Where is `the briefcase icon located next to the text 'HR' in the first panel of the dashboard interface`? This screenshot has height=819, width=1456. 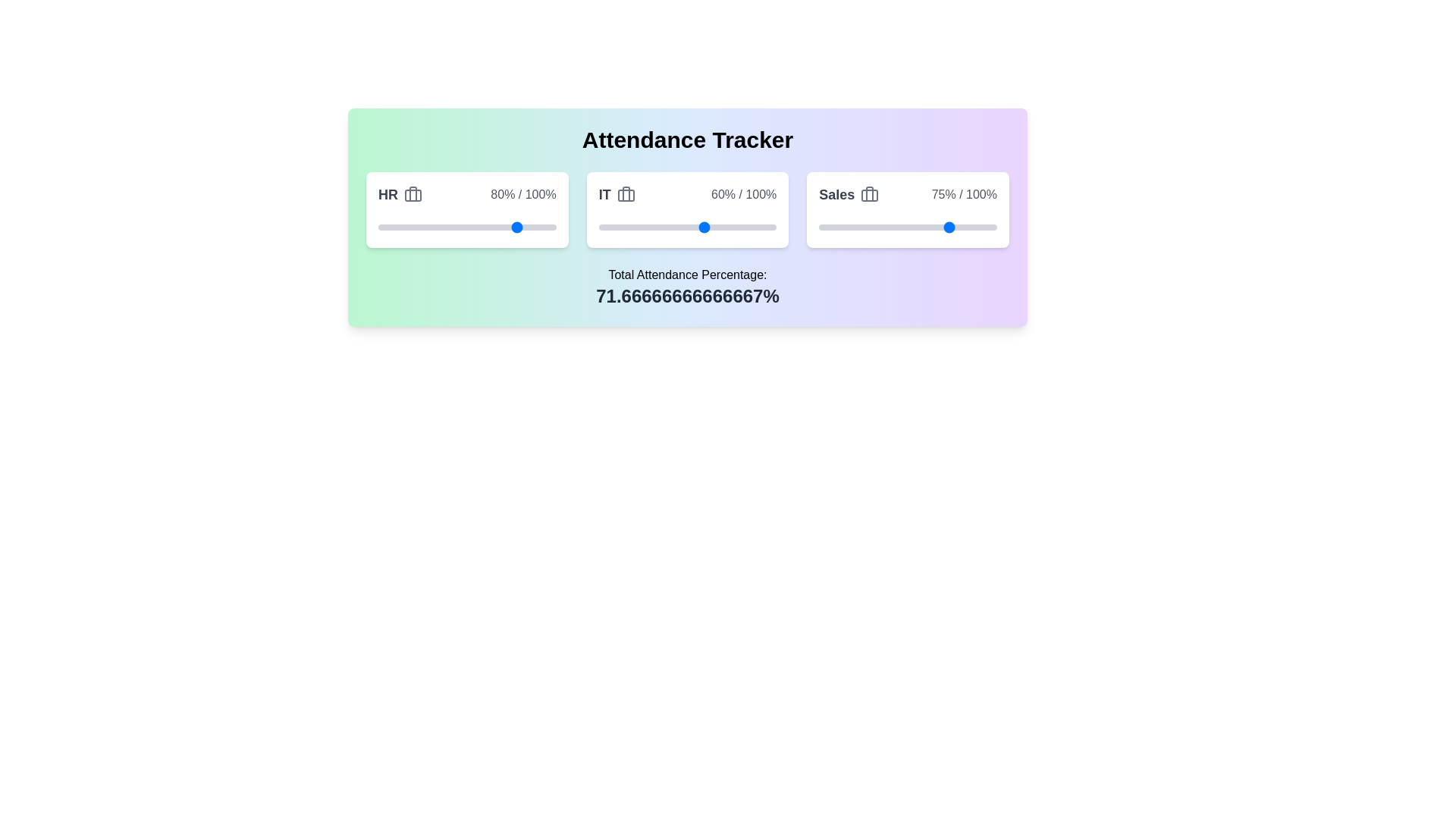 the briefcase icon located next to the text 'HR' in the first panel of the dashboard interface is located at coordinates (413, 194).